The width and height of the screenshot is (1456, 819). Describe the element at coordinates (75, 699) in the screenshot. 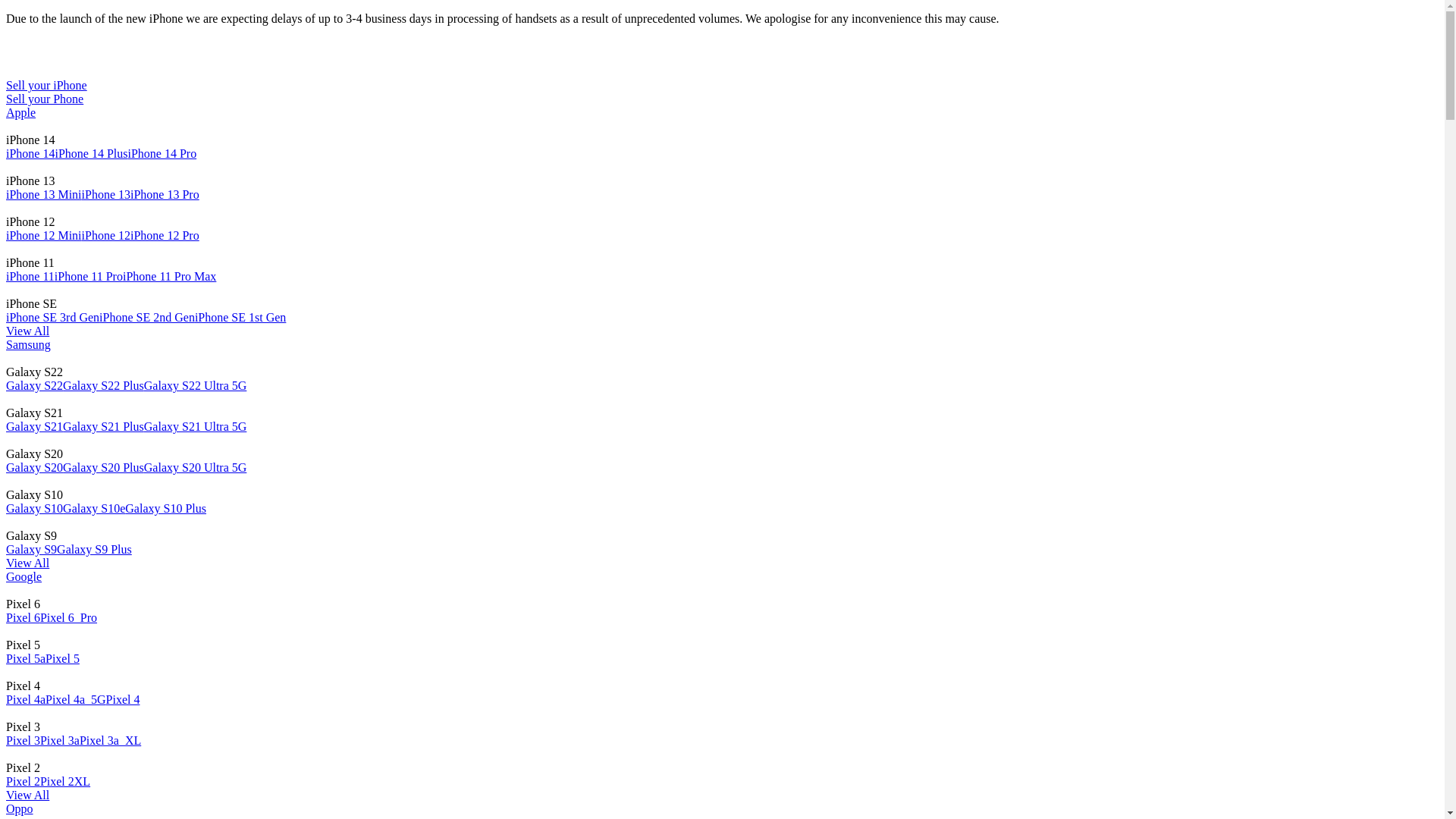

I see `'Pixel 4a  5G'` at that location.